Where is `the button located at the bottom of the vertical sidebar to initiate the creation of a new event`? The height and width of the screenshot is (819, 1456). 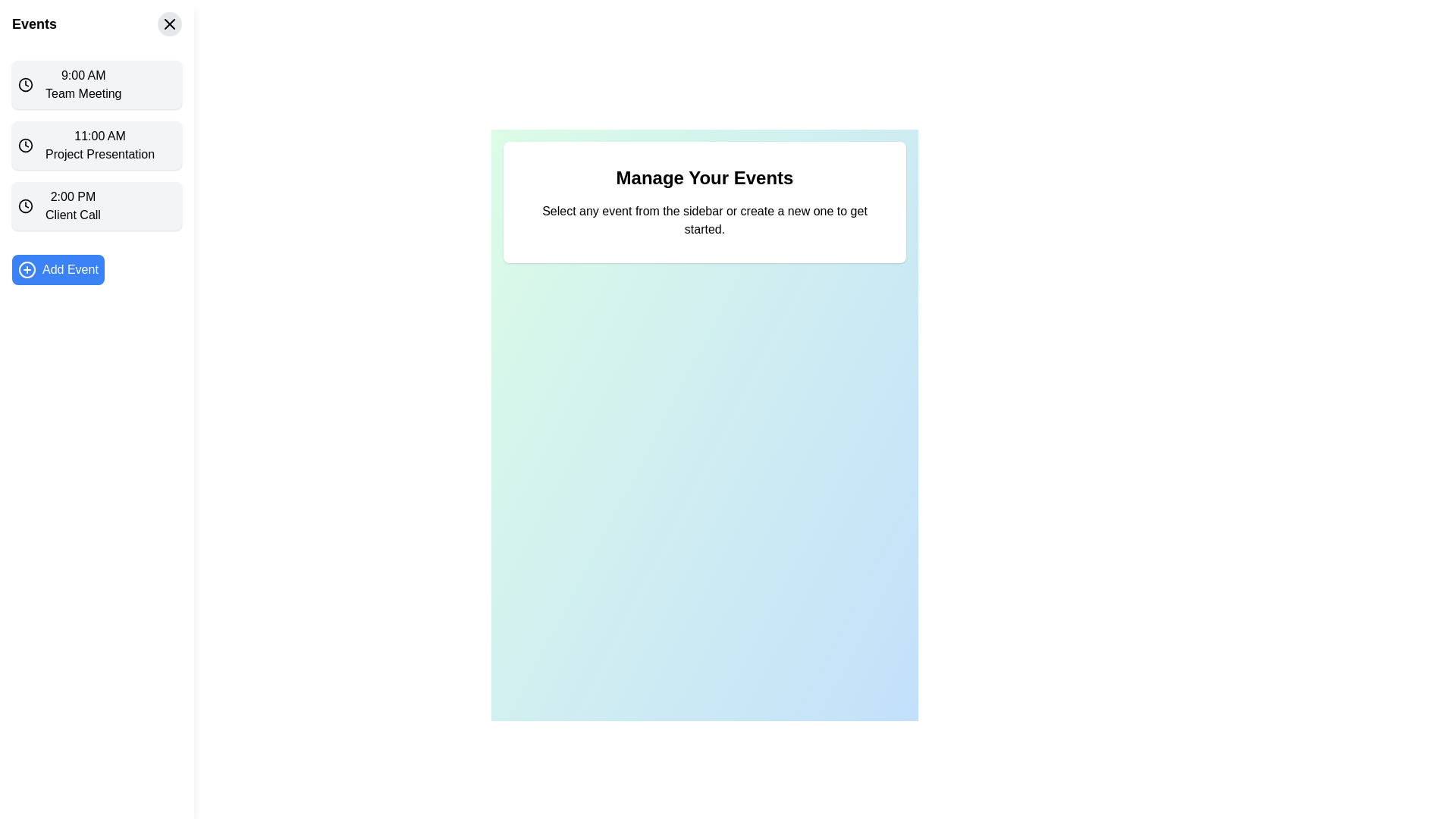 the button located at the bottom of the vertical sidebar to initiate the creation of a new event is located at coordinates (58, 268).